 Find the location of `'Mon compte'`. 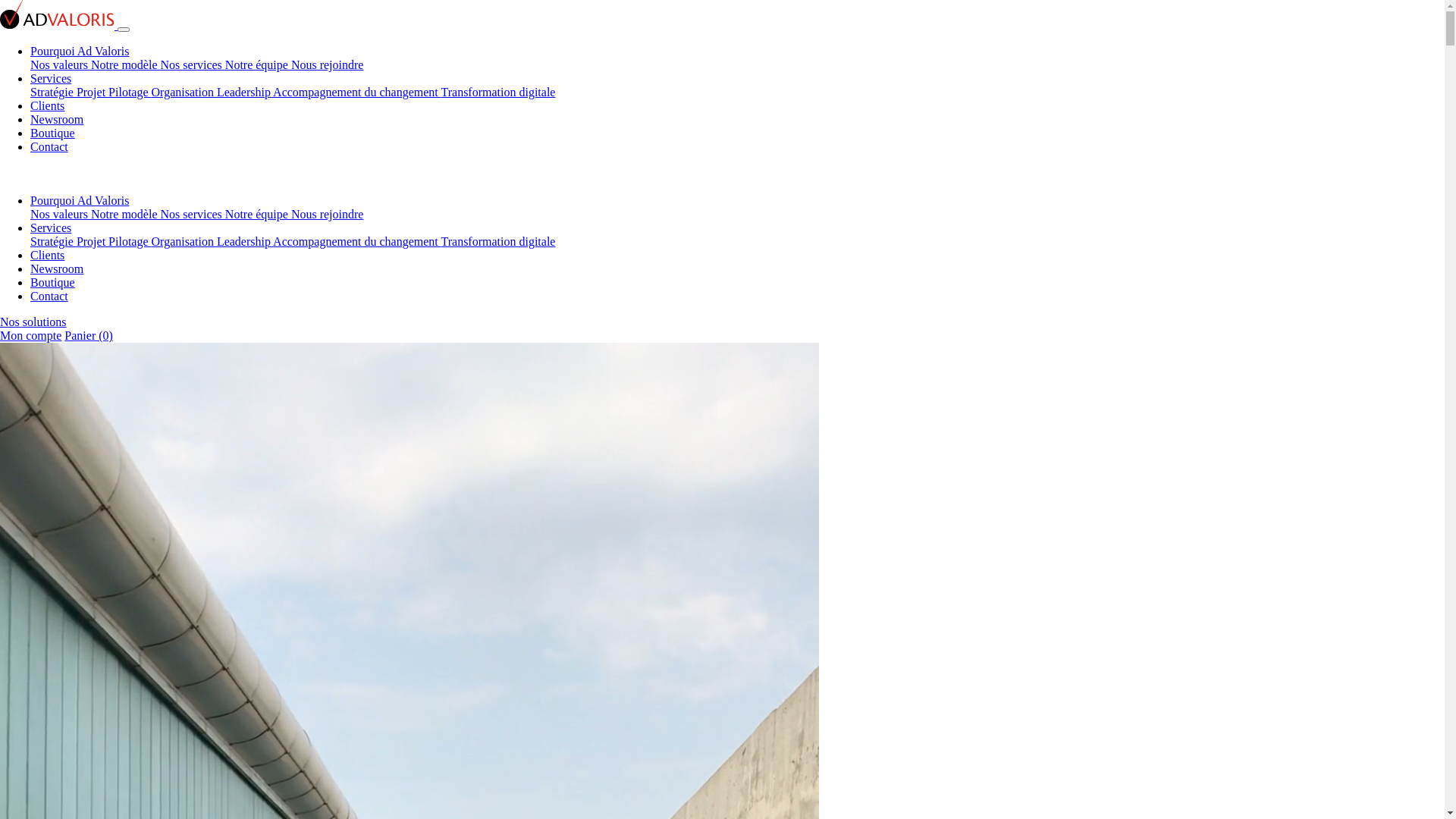

'Mon compte' is located at coordinates (0, 334).